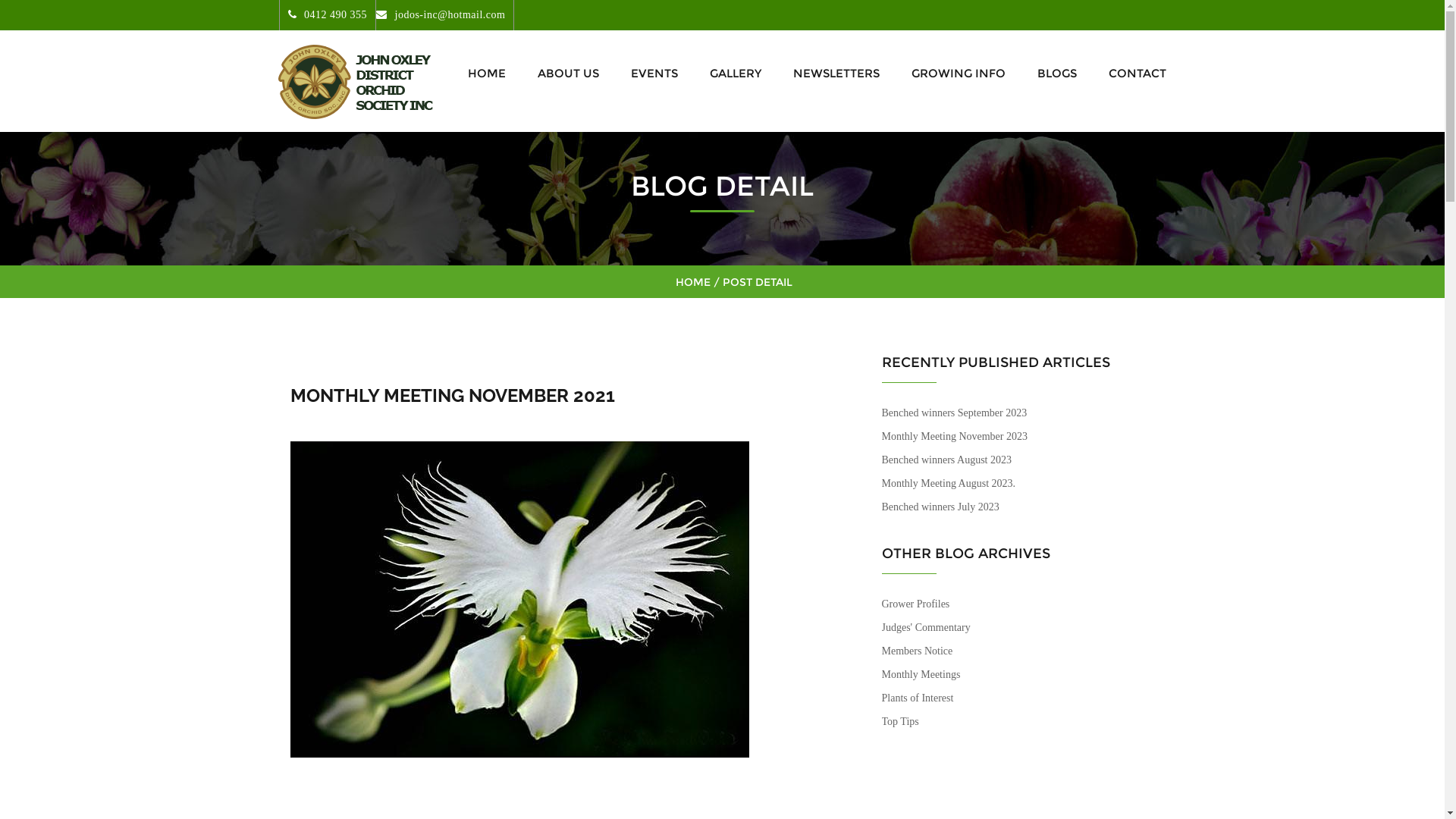  I want to click on 'Benched winners September 2023', so click(952, 413).